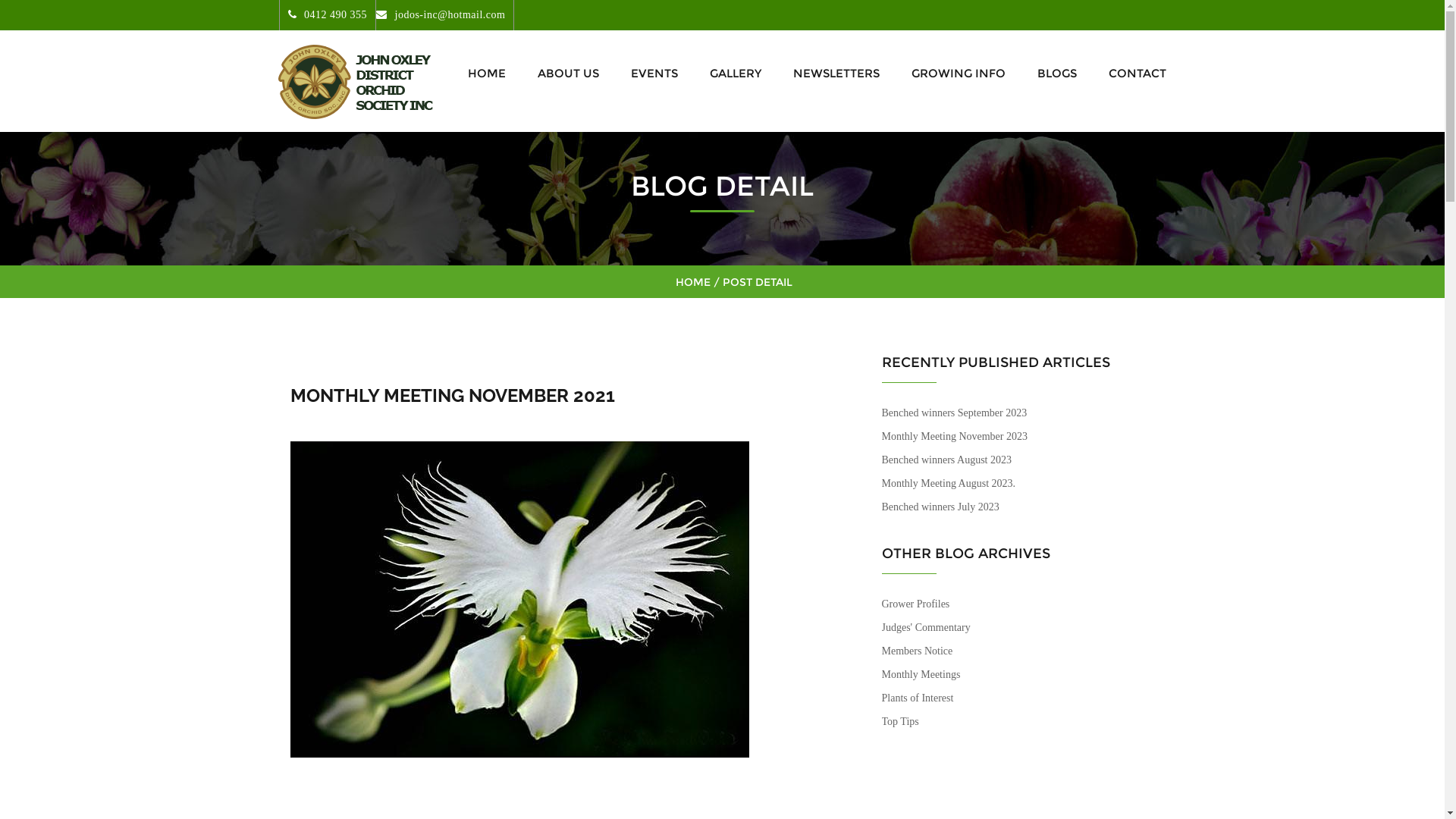  I want to click on 'Benched winners September 2023', so click(952, 413).